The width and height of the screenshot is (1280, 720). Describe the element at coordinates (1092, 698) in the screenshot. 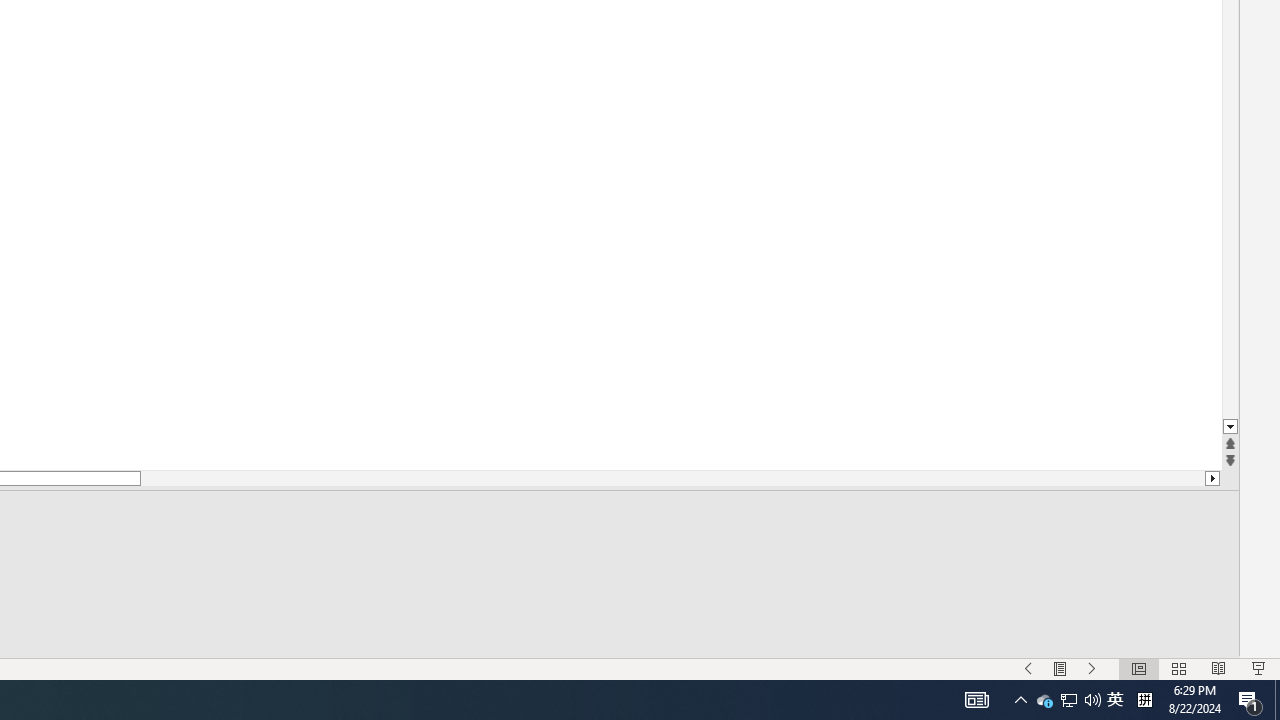

I see `'Q2790: 100%'` at that location.